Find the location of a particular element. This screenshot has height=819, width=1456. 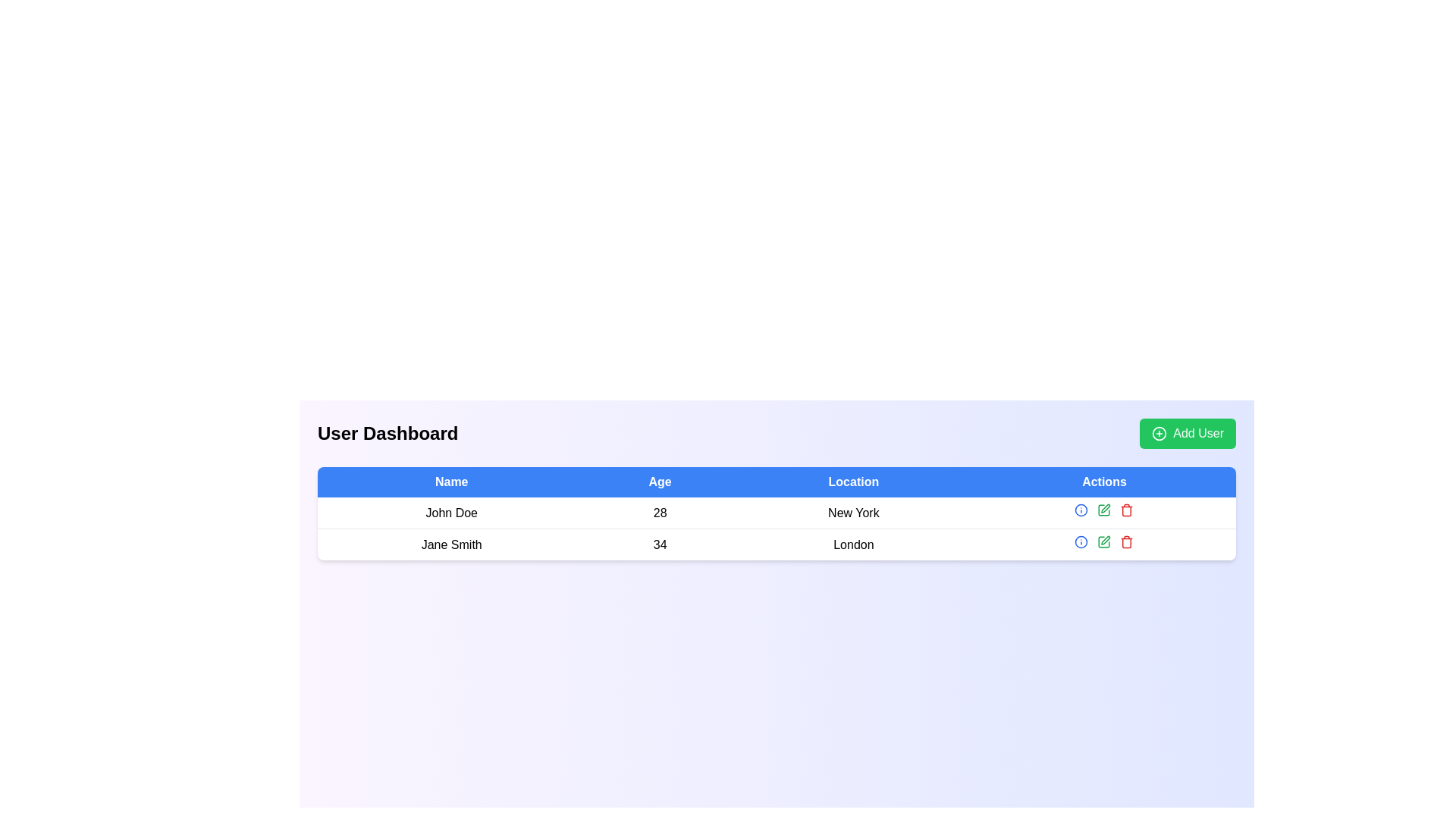

the static text element displaying '28' under the 'Age' column in the row for 'John Doe' in the user information table is located at coordinates (660, 512).